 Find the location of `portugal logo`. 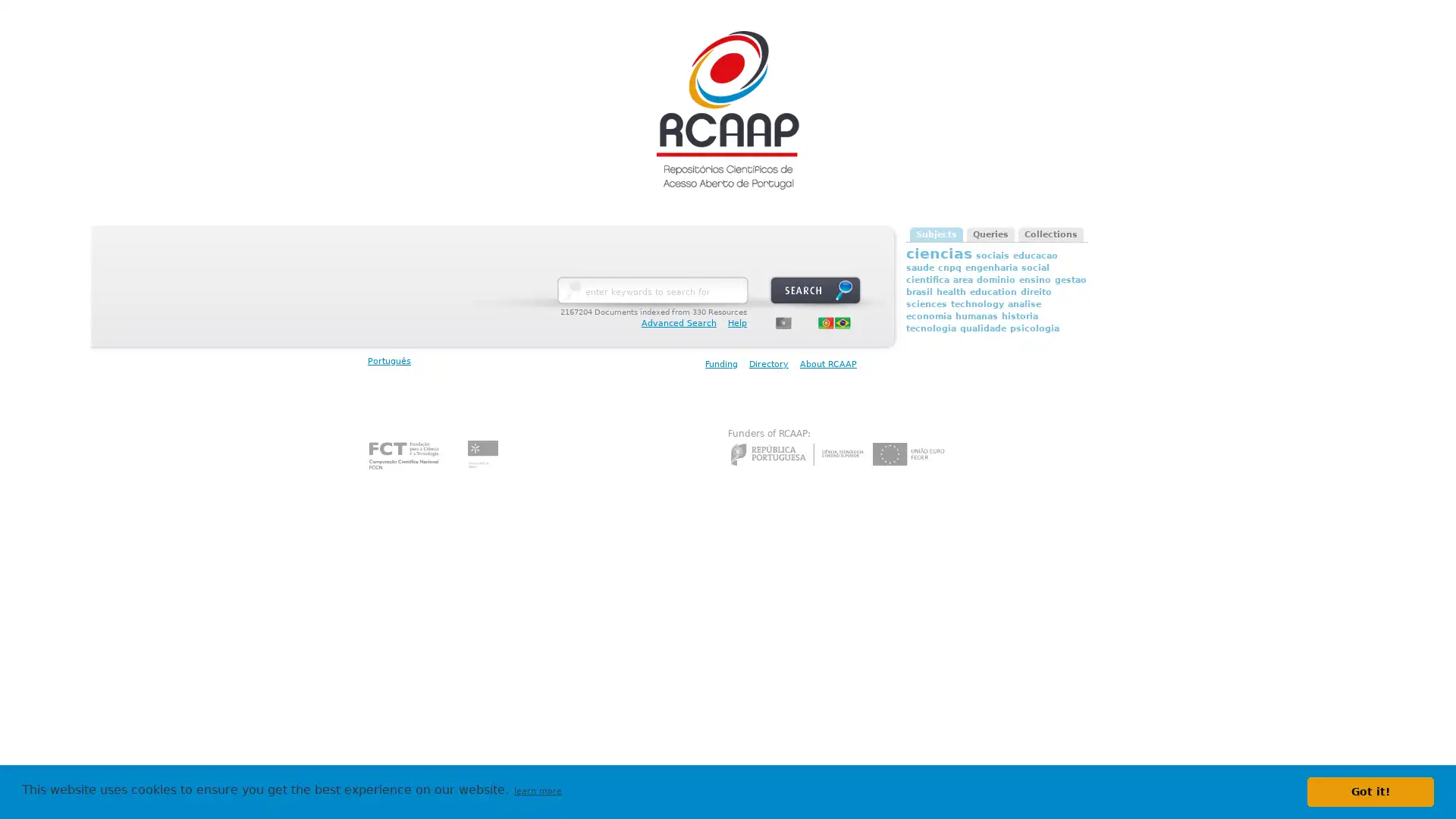

portugal logo is located at coordinates (783, 322).